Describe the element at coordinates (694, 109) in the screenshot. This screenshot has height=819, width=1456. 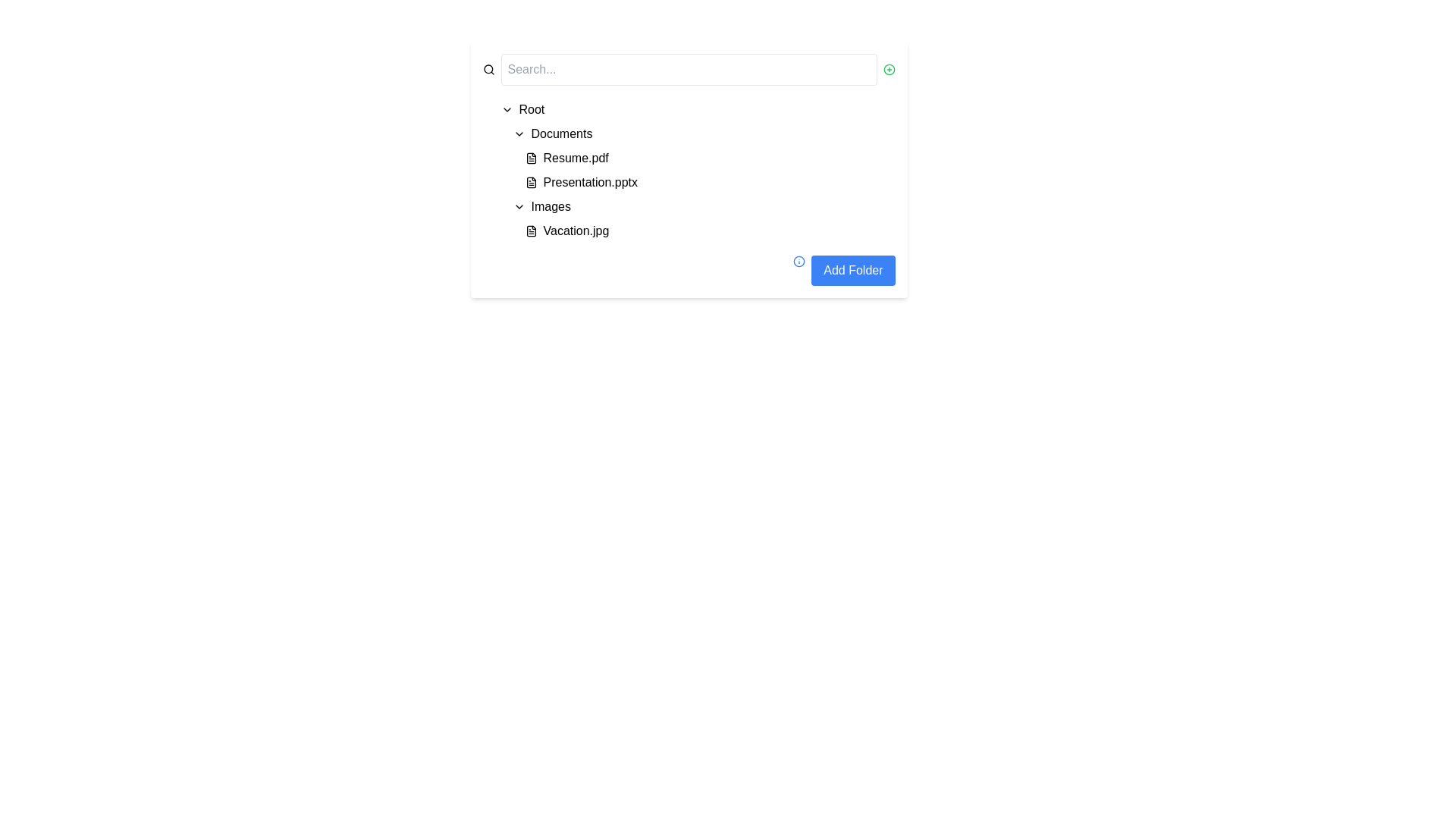
I see `the 'Root' button with dropdown functionality` at that location.